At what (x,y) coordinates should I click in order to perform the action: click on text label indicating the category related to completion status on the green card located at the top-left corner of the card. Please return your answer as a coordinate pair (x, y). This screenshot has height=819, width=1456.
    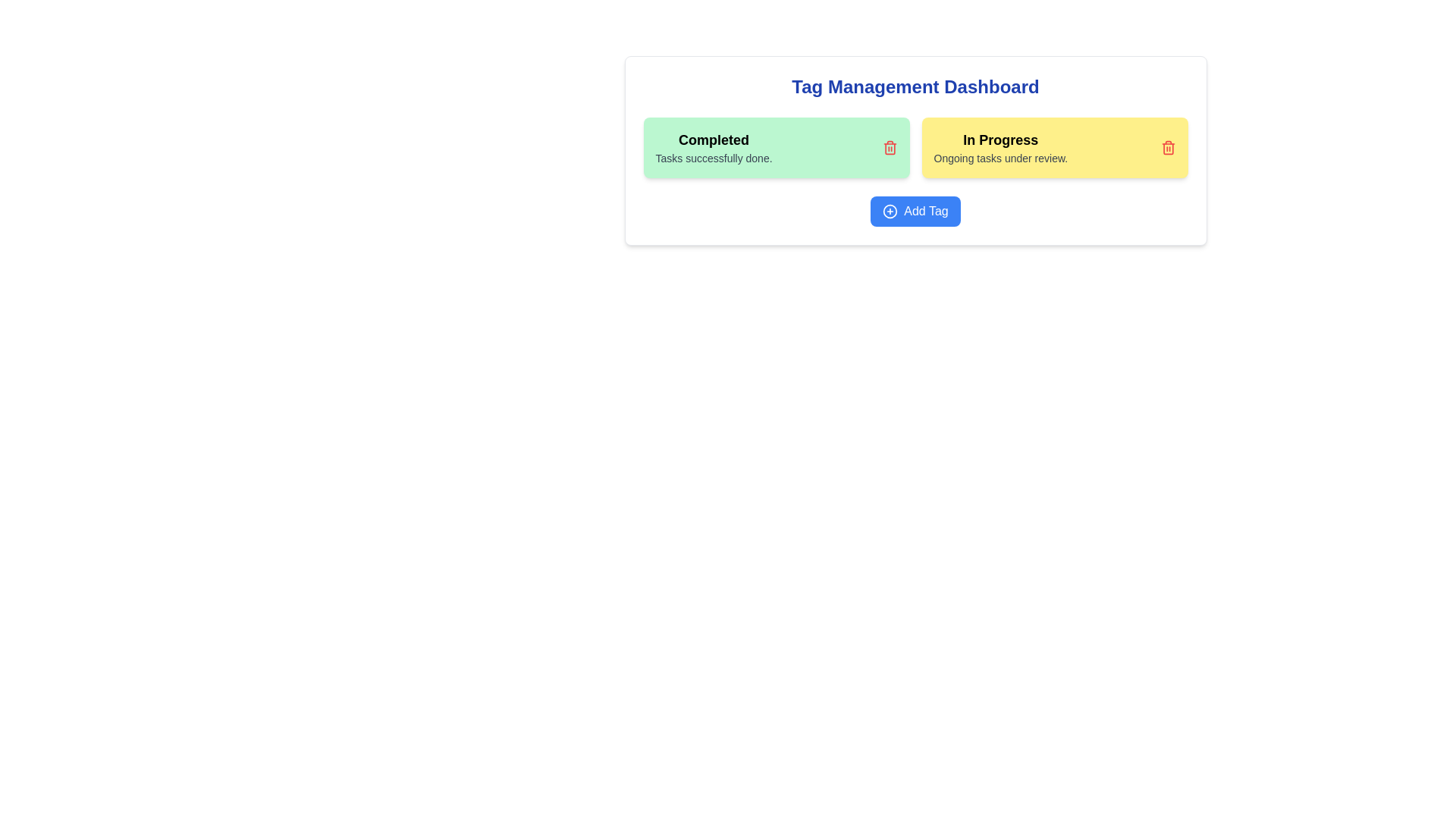
    Looking at the image, I should click on (713, 140).